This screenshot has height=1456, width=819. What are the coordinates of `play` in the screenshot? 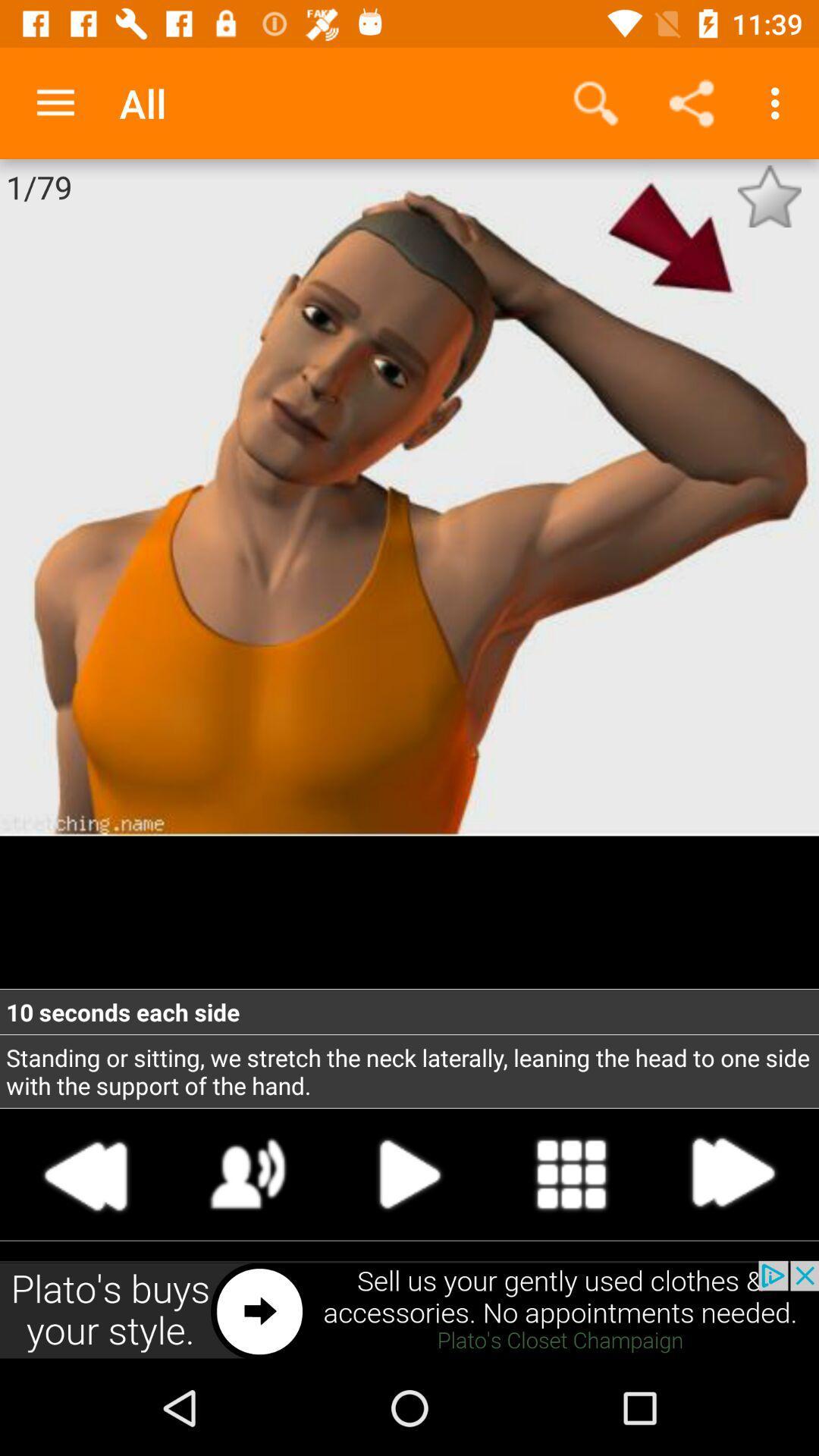 It's located at (247, 1173).